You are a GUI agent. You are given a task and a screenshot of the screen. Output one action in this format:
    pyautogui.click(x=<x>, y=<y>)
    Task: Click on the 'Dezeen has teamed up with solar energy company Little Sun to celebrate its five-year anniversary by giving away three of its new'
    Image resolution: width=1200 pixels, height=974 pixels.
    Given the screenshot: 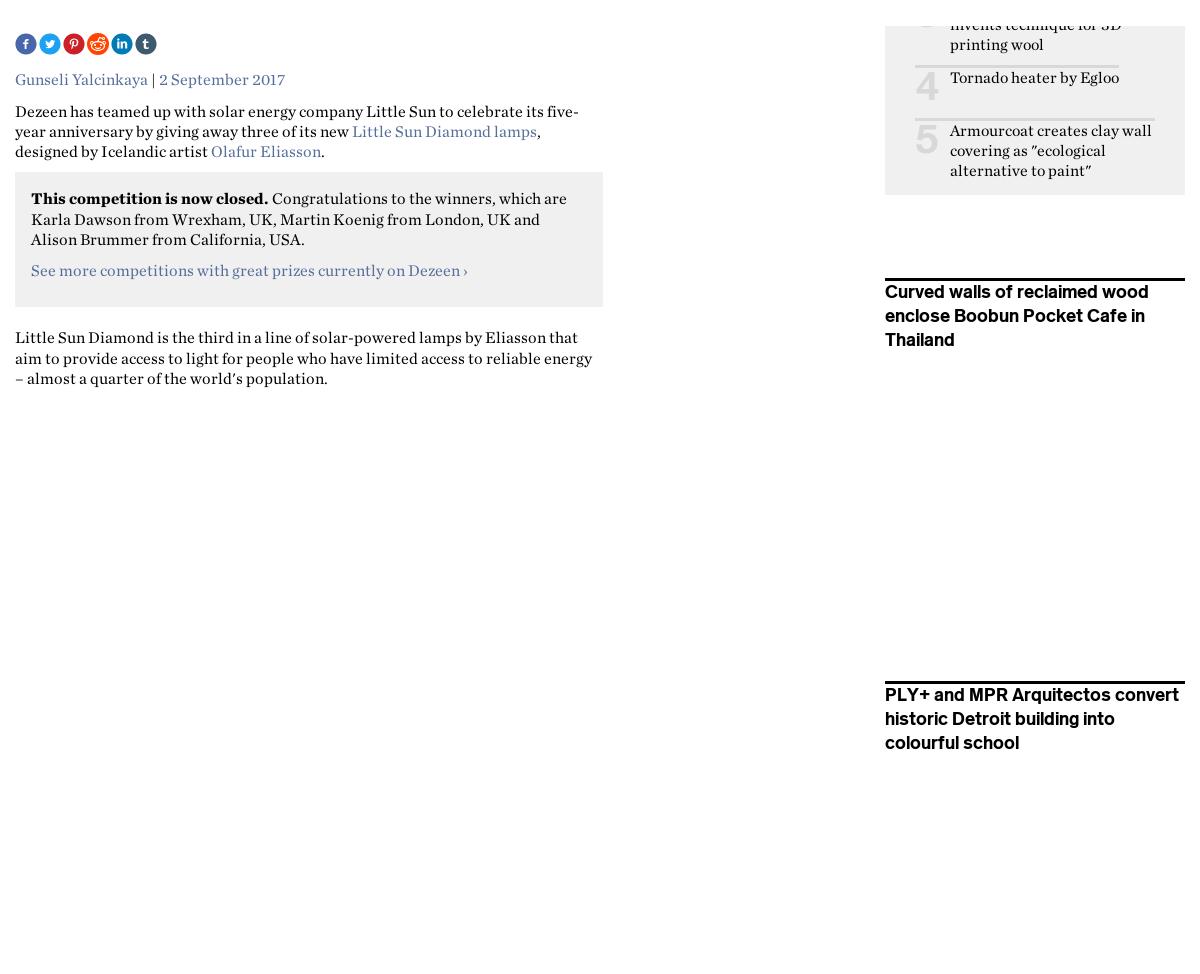 What is the action you would take?
    pyautogui.click(x=296, y=118)
    